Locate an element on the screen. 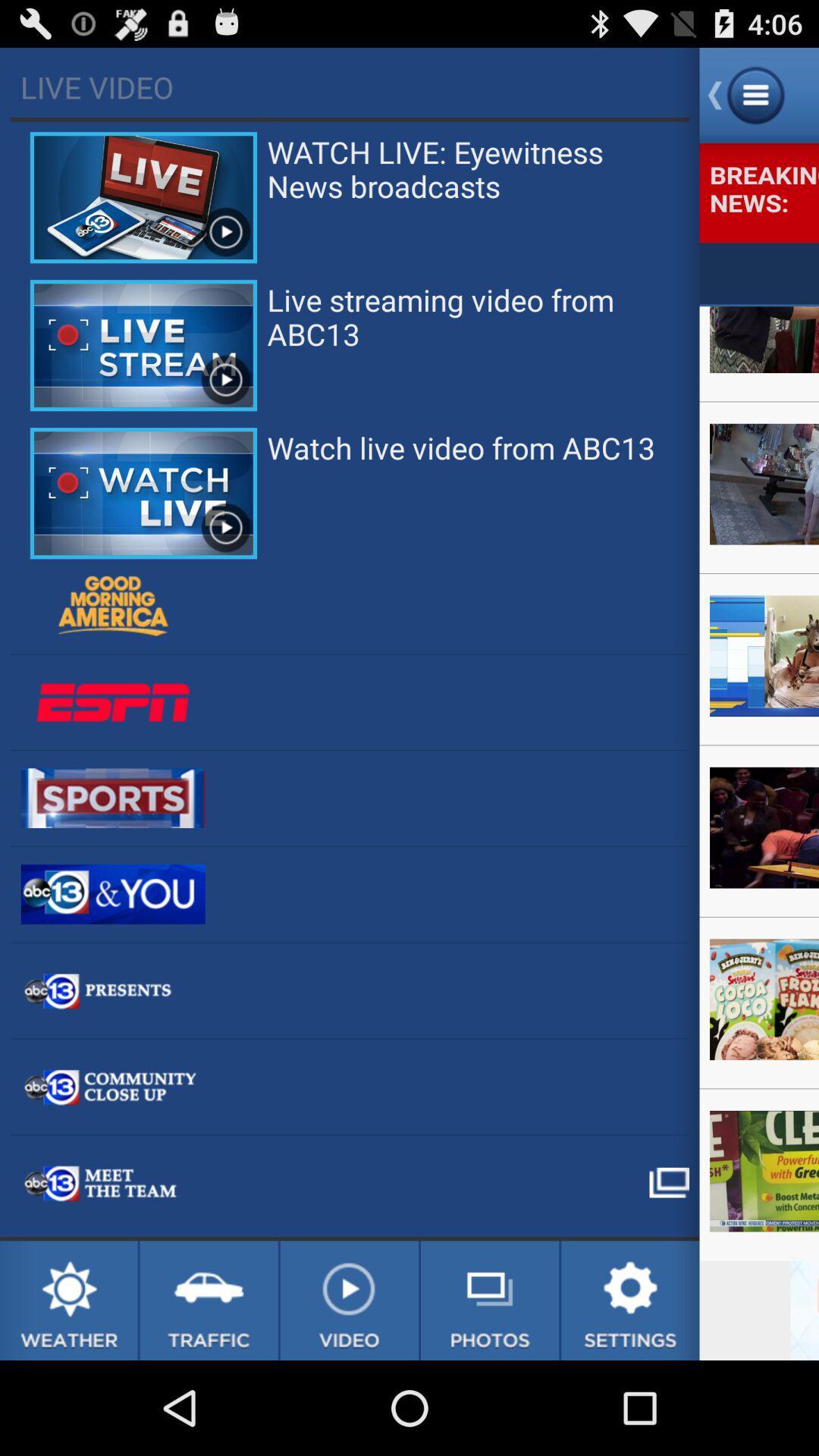 The height and width of the screenshot is (1456, 819). video is located at coordinates (349, 1300).